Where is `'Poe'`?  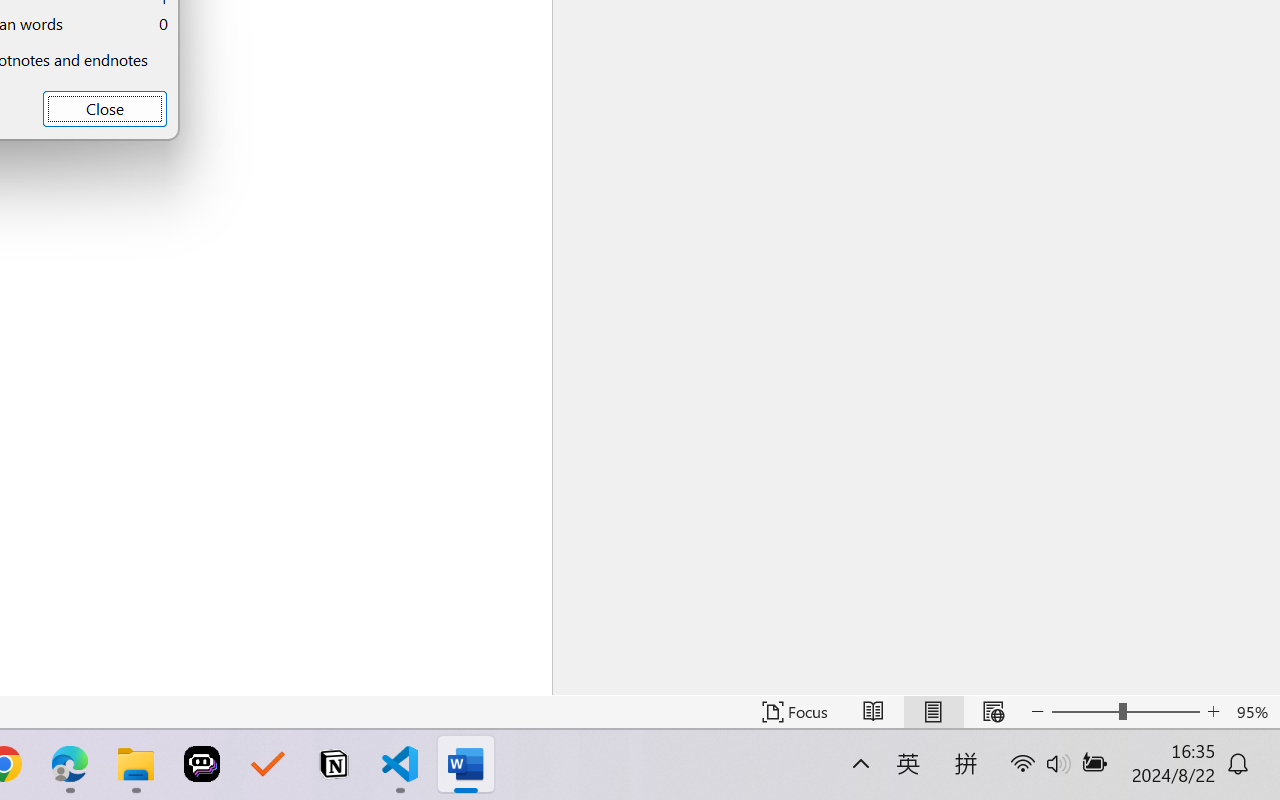 'Poe' is located at coordinates (202, 764).